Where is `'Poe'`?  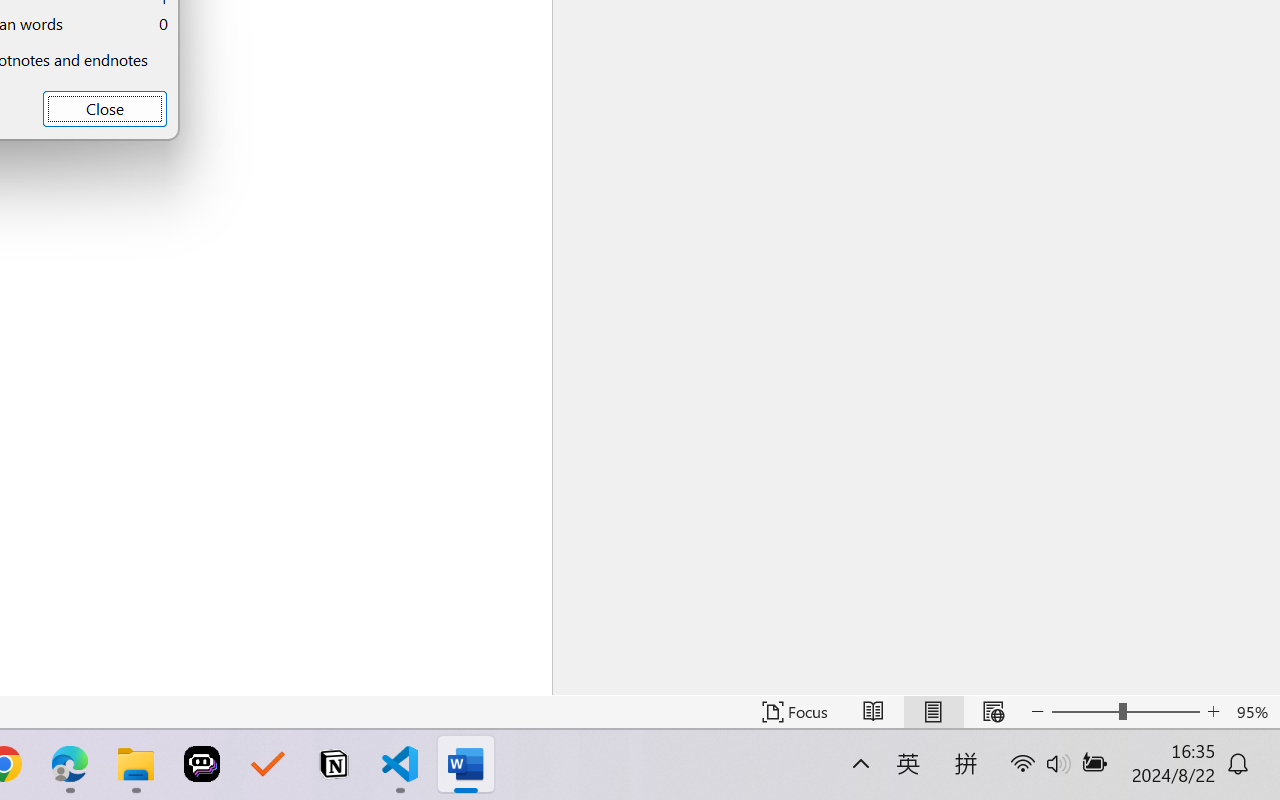 'Poe' is located at coordinates (202, 764).